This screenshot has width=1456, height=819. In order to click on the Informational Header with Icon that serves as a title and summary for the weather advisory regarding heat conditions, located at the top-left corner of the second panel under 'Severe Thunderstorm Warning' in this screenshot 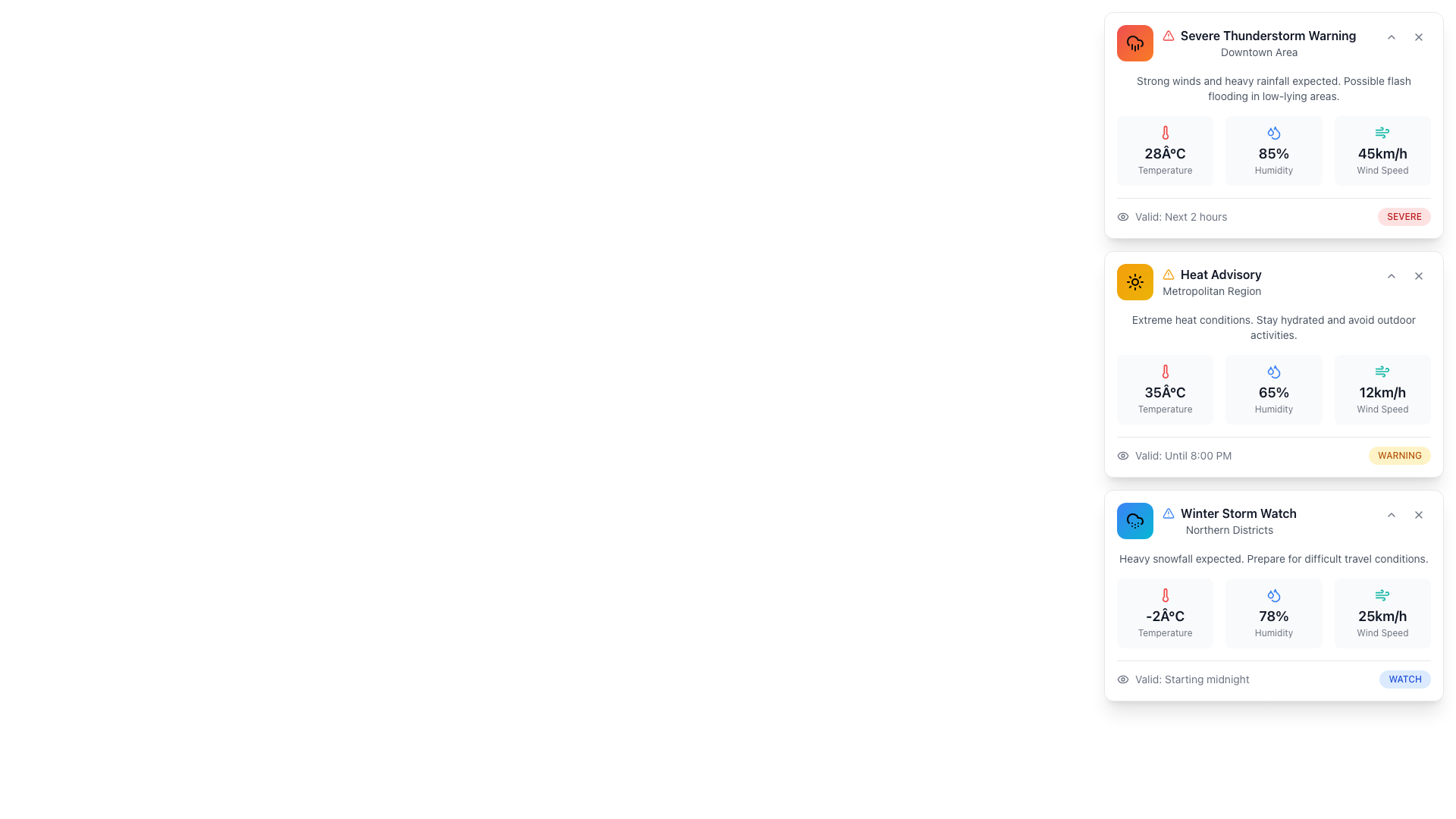, I will do `click(1188, 281)`.